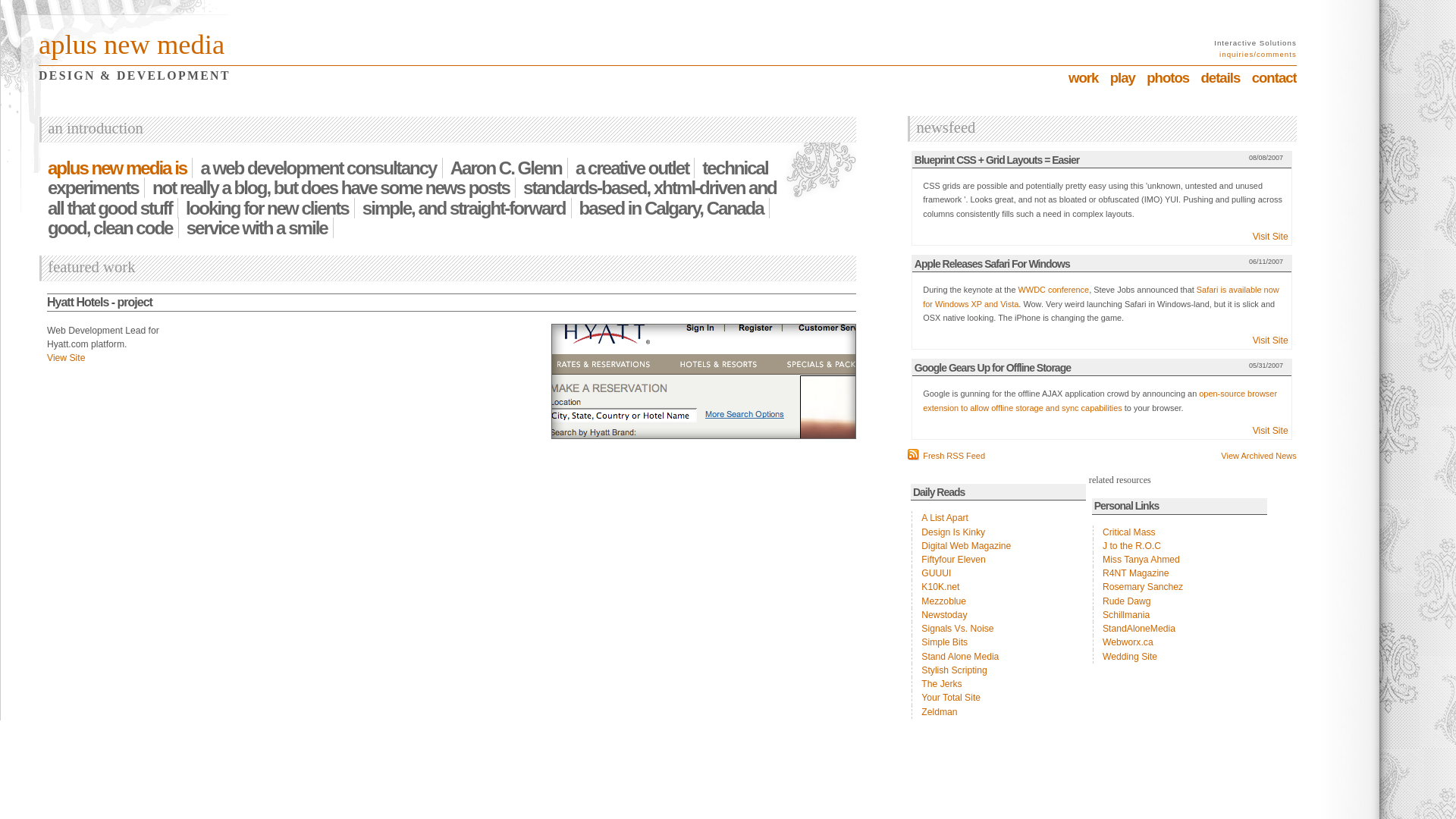 The width and height of the screenshot is (1456, 819). I want to click on 'Webworx.ca', so click(1178, 642).